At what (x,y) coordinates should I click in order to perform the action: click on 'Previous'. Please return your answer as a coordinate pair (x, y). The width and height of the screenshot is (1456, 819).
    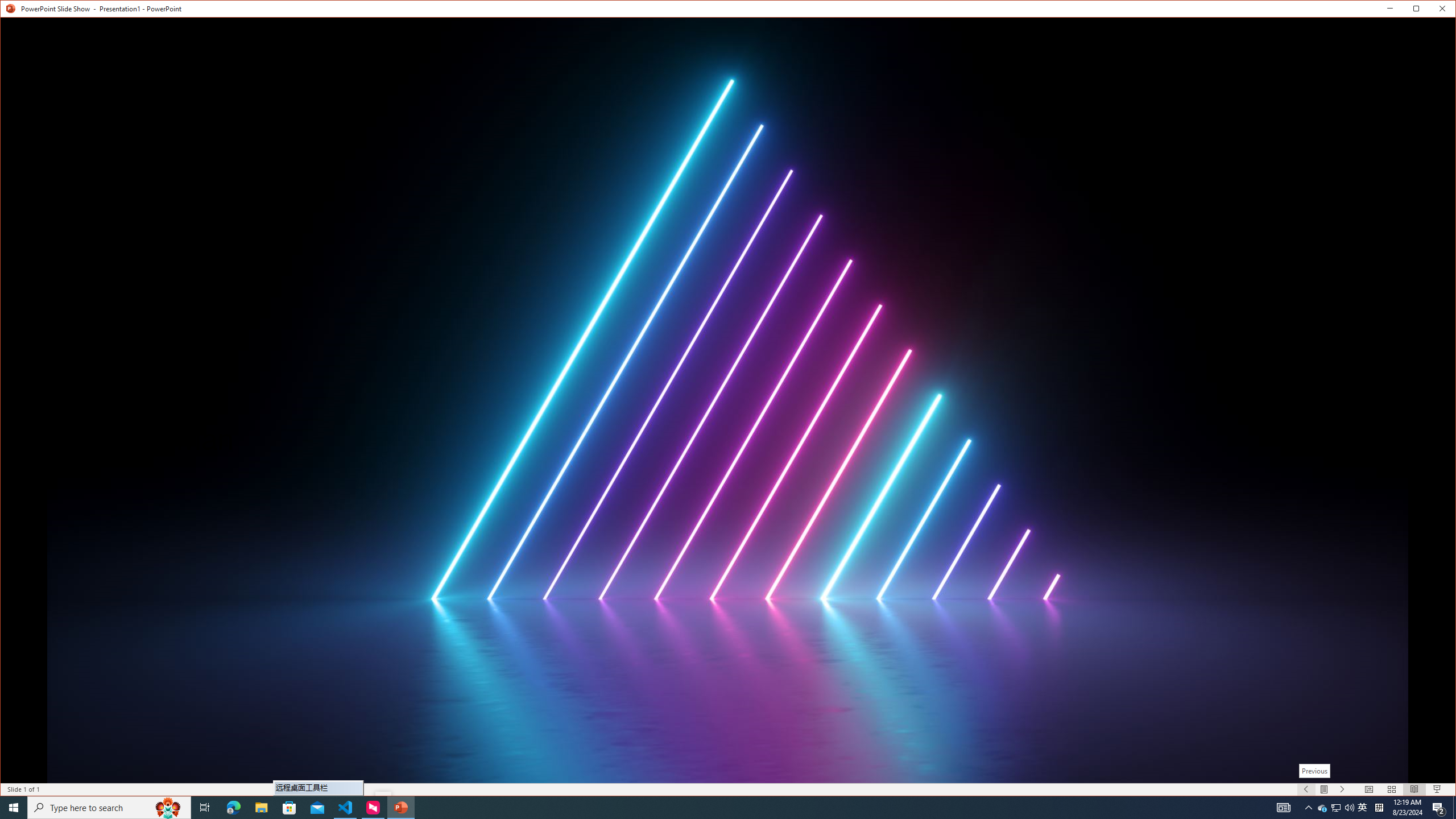
    Looking at the image, I should click on (1314, 771).